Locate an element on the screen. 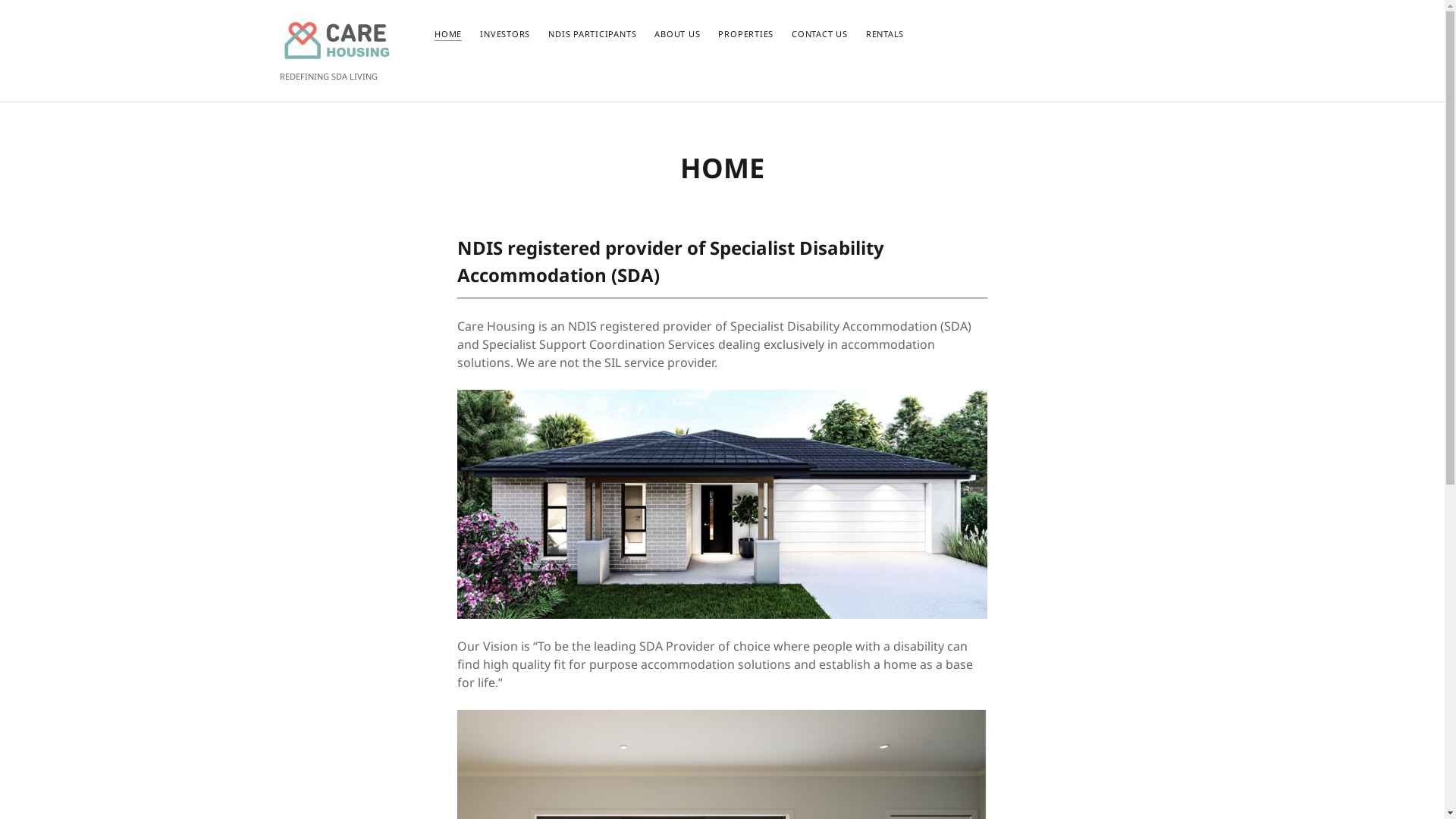  'ABOUT US' is located at coordinates (676, 34).